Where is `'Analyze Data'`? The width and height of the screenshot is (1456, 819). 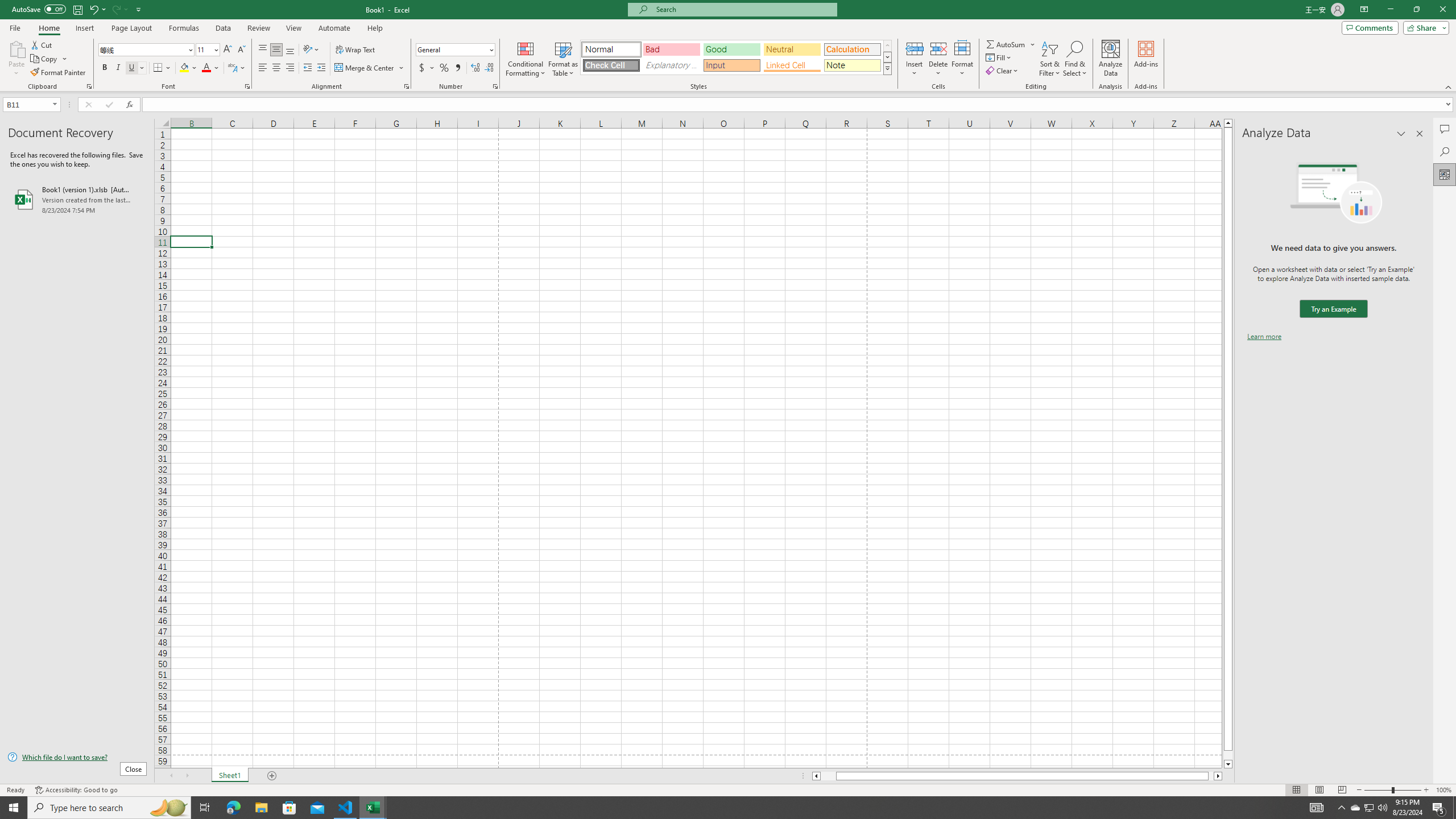 'Analyze Data' is located at coordinates (1444, 174).